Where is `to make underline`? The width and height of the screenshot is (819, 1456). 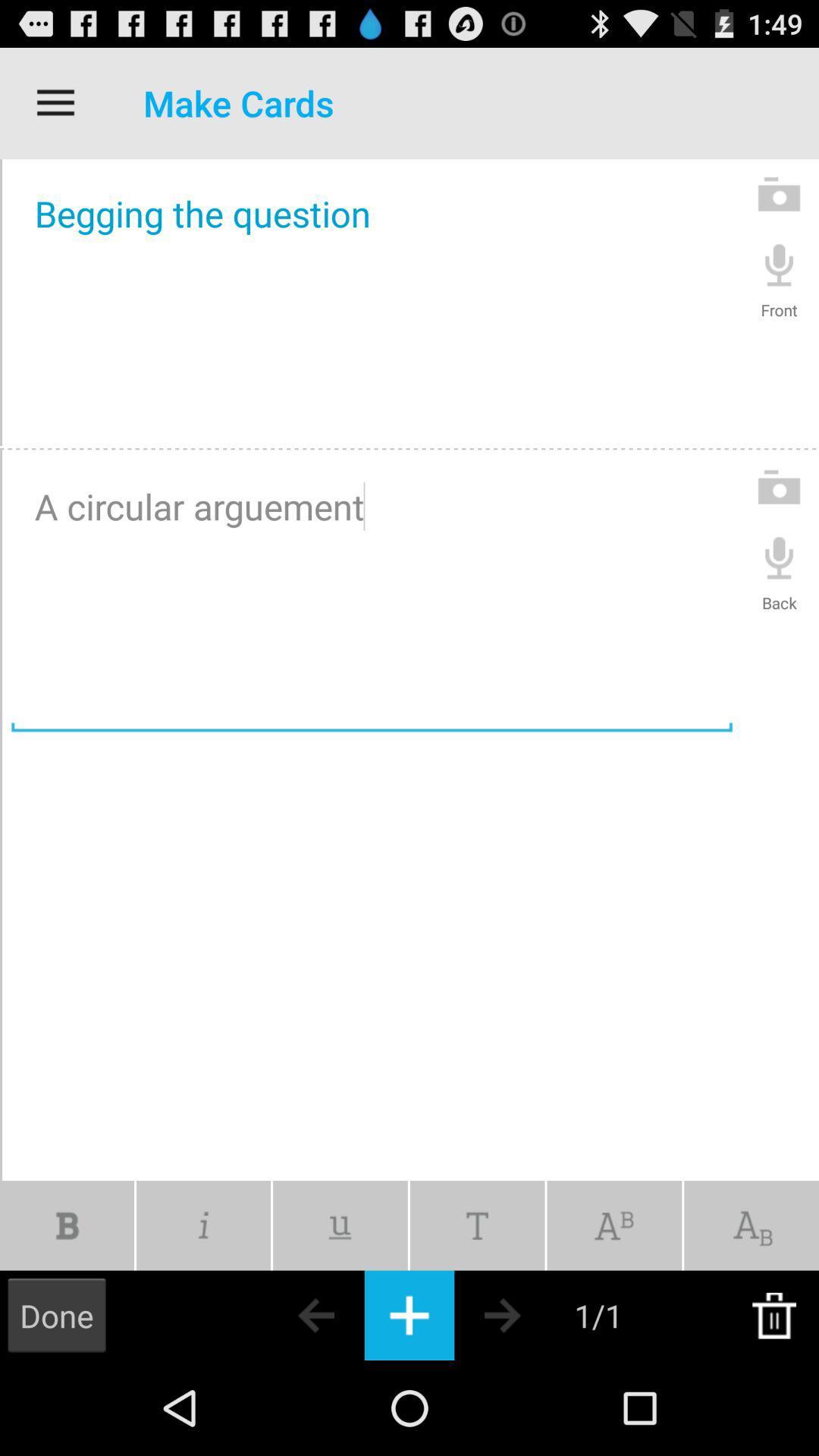 to make underline is located at coordinates (339, 1225).